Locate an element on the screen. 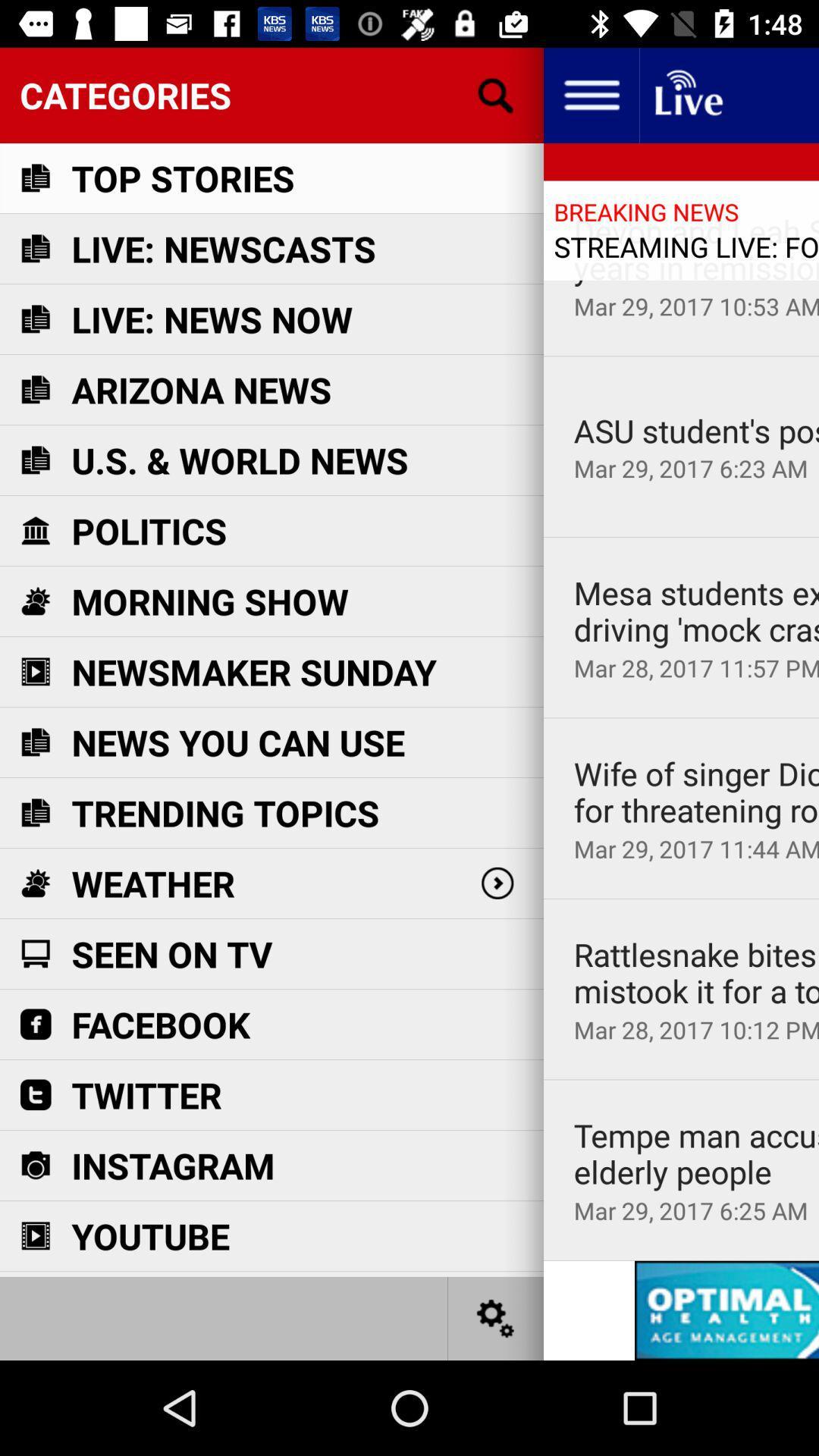 This screenshot has width=819, height=1456. the menu icon is located at coordinates (590, 94).